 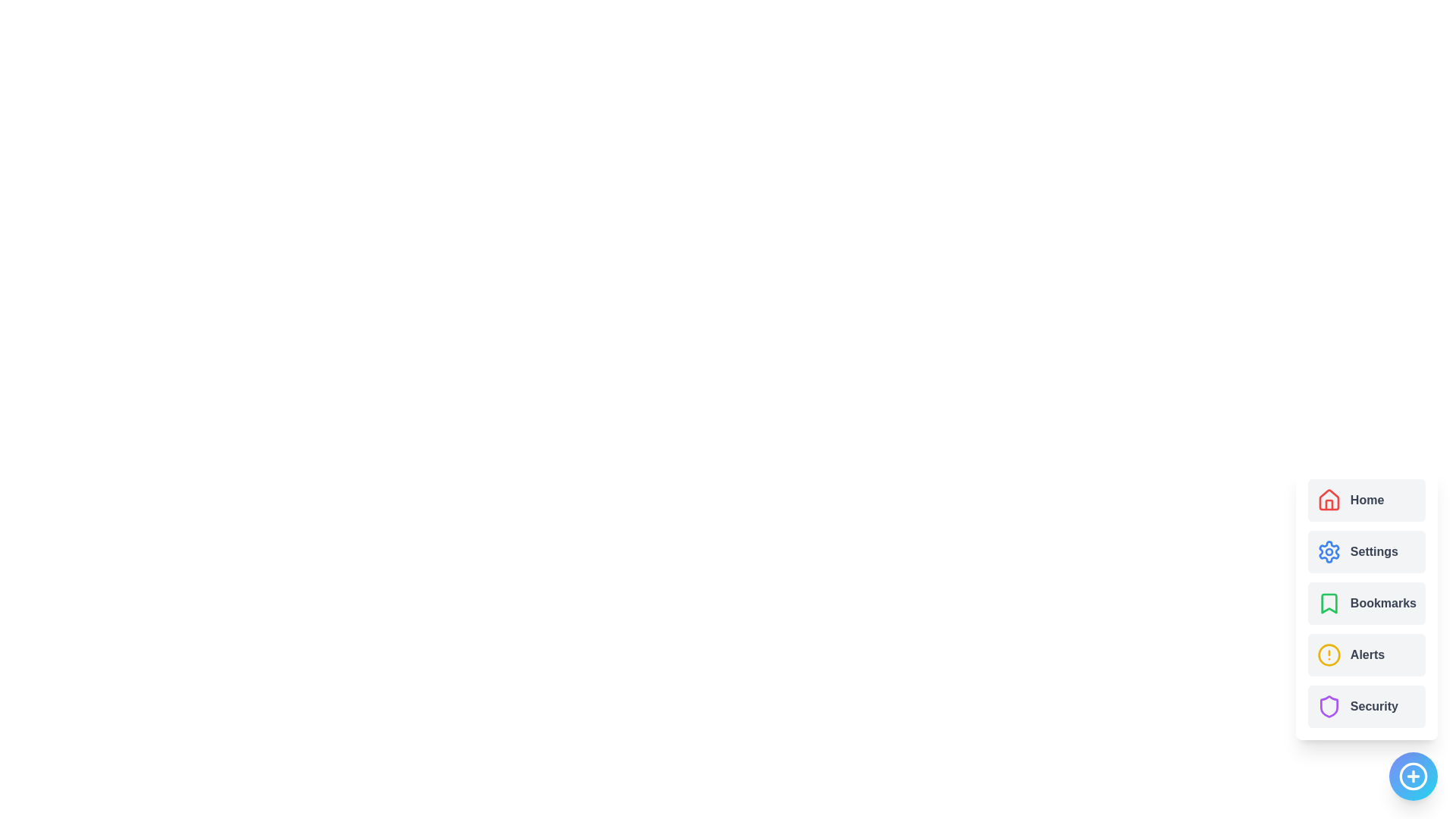 I want to click on the menu item Bookmarks from the ActionSpeedDial component, so click(x=1366, y=602).